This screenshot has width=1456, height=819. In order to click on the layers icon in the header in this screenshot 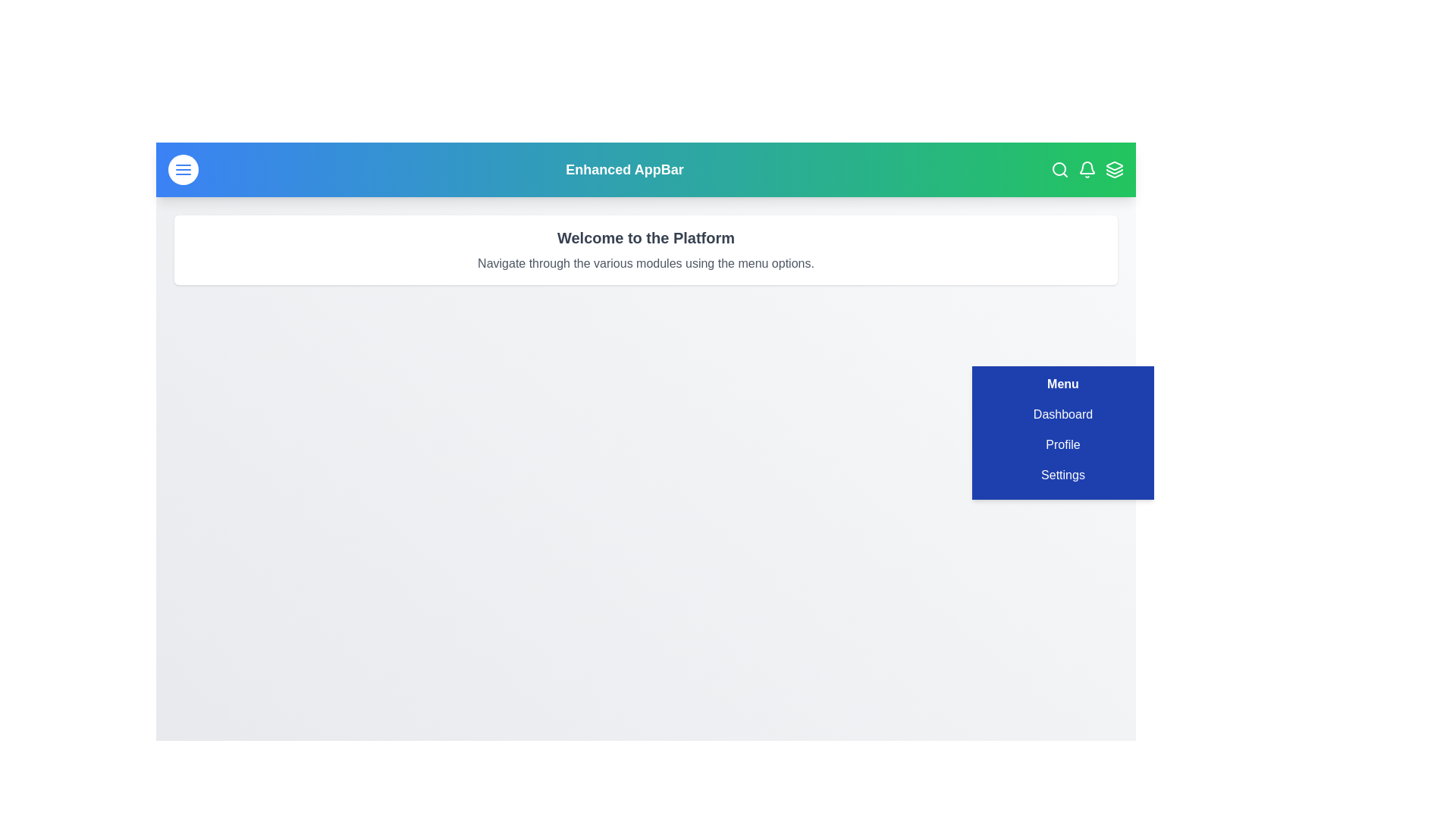, I will do `click(1114, 169)`.